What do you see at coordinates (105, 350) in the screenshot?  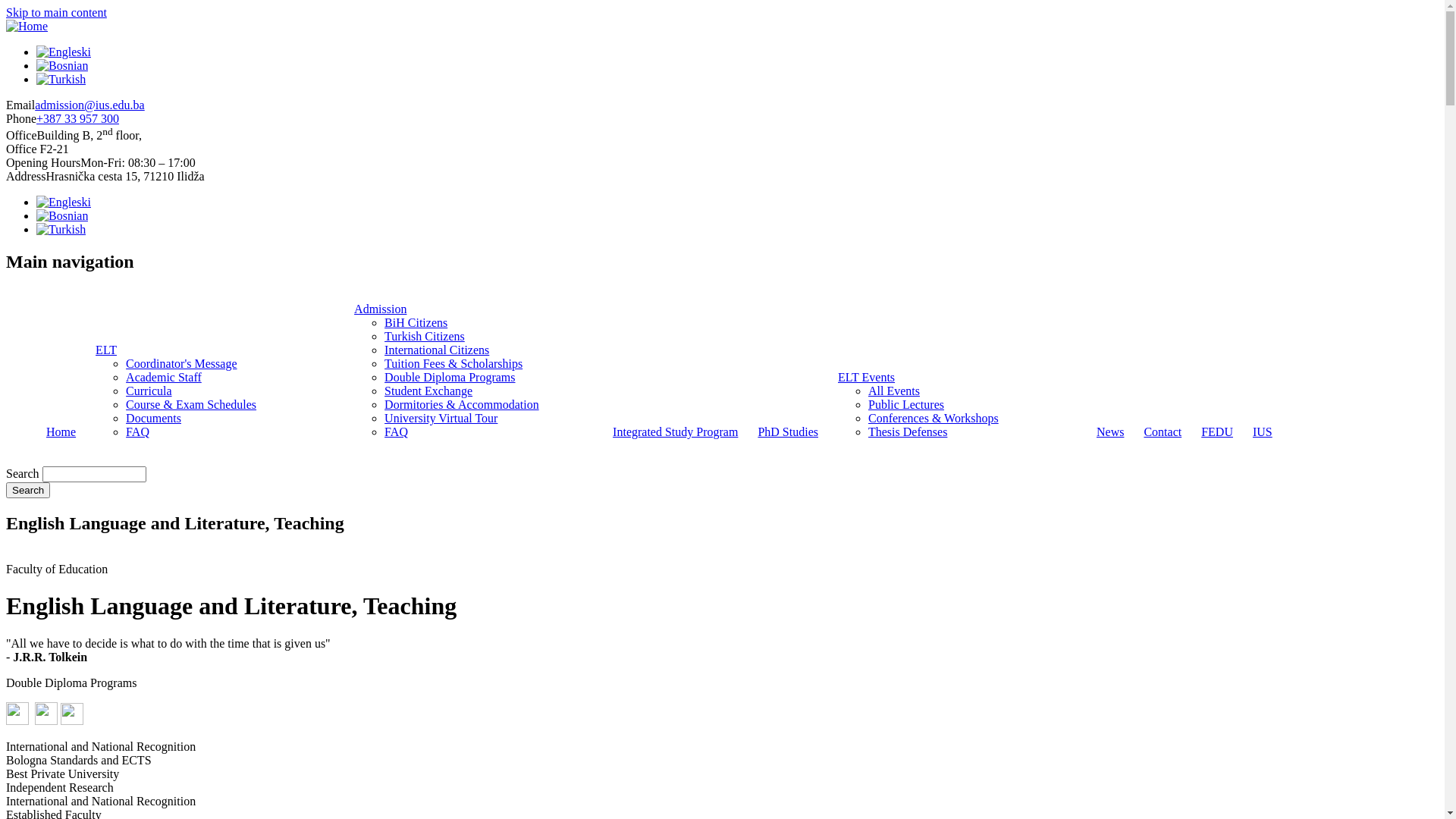 I see `'ELT'` at bounding box center [105, 350].